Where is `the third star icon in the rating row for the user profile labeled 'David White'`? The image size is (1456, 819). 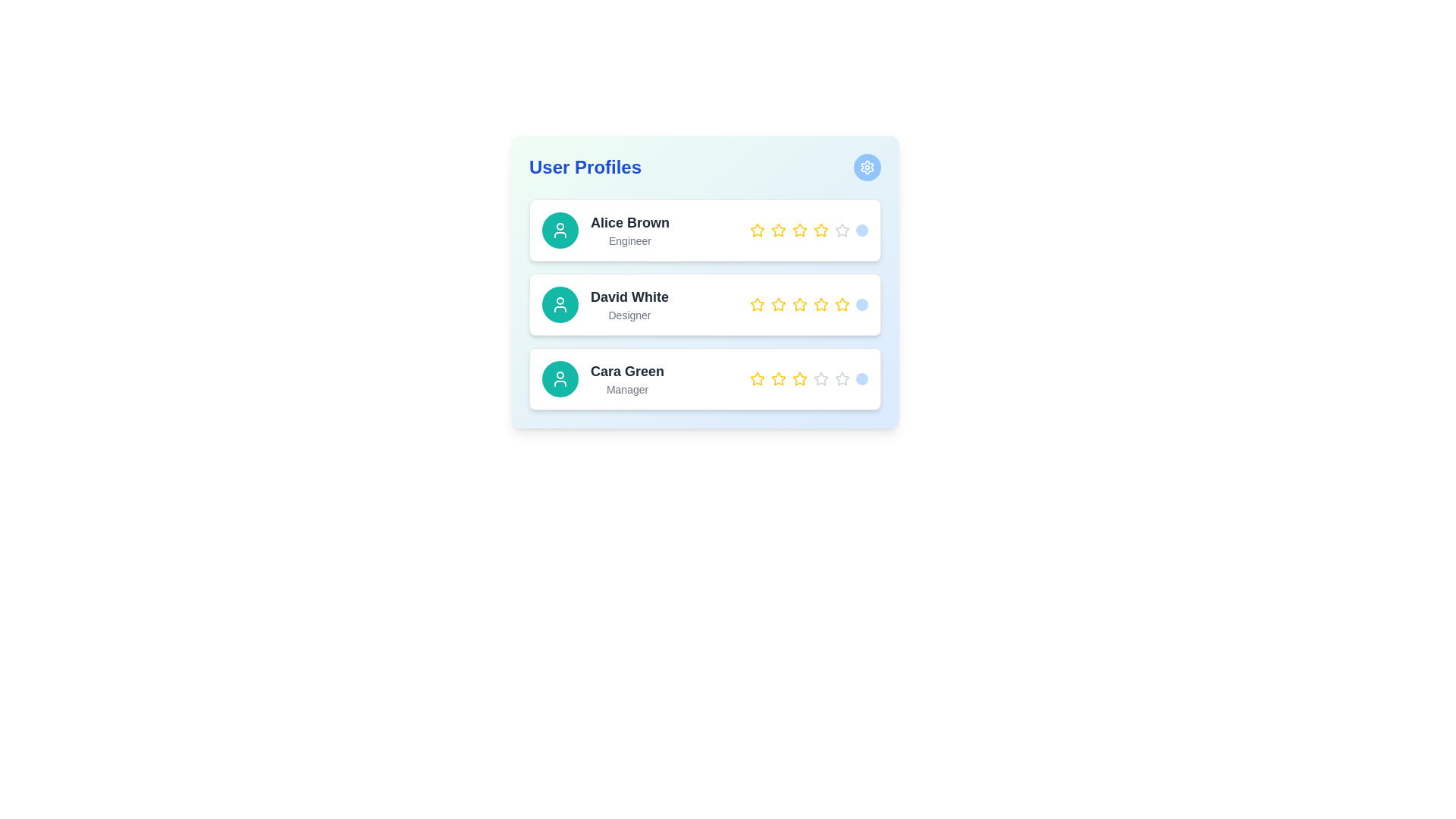 the third star icon in the rating row for the user profile labeled 'David White' is located at coordinates (799, 304).